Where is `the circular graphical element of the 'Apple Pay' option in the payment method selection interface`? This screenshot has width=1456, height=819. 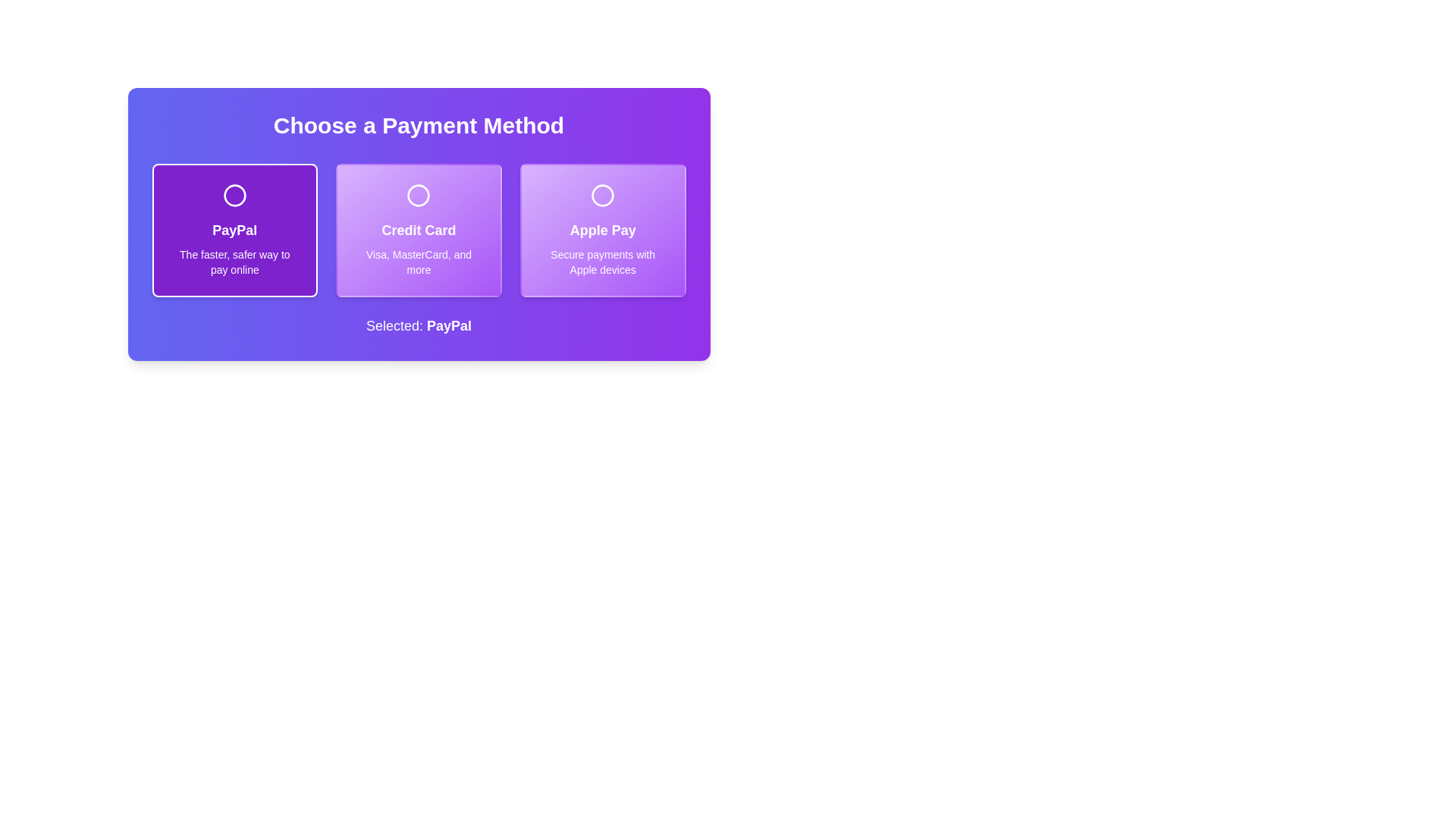 the circular graphical element of the 'Apple Pay' option in the payment method selection interface is located at coordinates (602, 195).